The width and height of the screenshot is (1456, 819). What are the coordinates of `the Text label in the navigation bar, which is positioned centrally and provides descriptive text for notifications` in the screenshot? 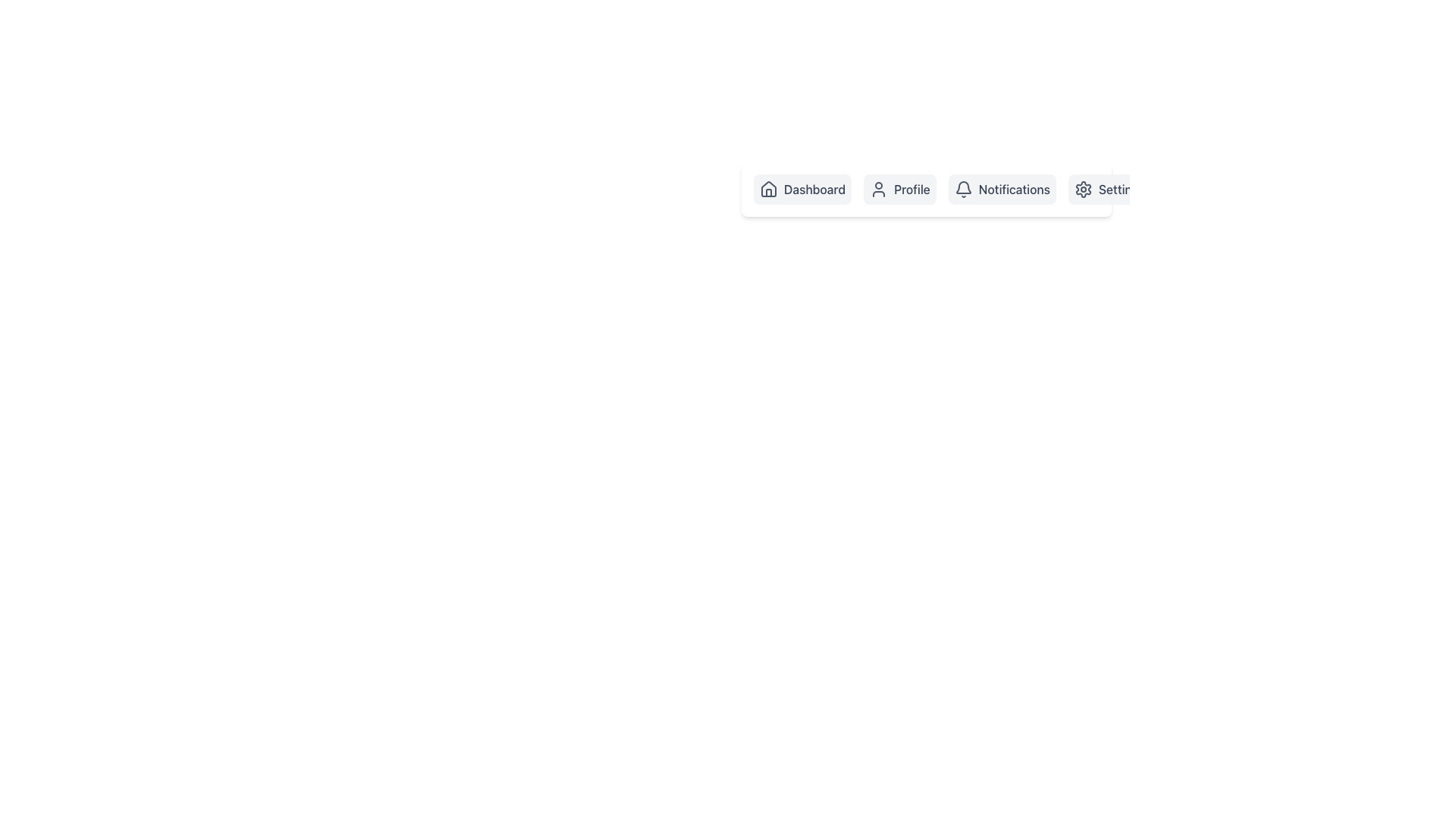 It's located at (1014, 189).